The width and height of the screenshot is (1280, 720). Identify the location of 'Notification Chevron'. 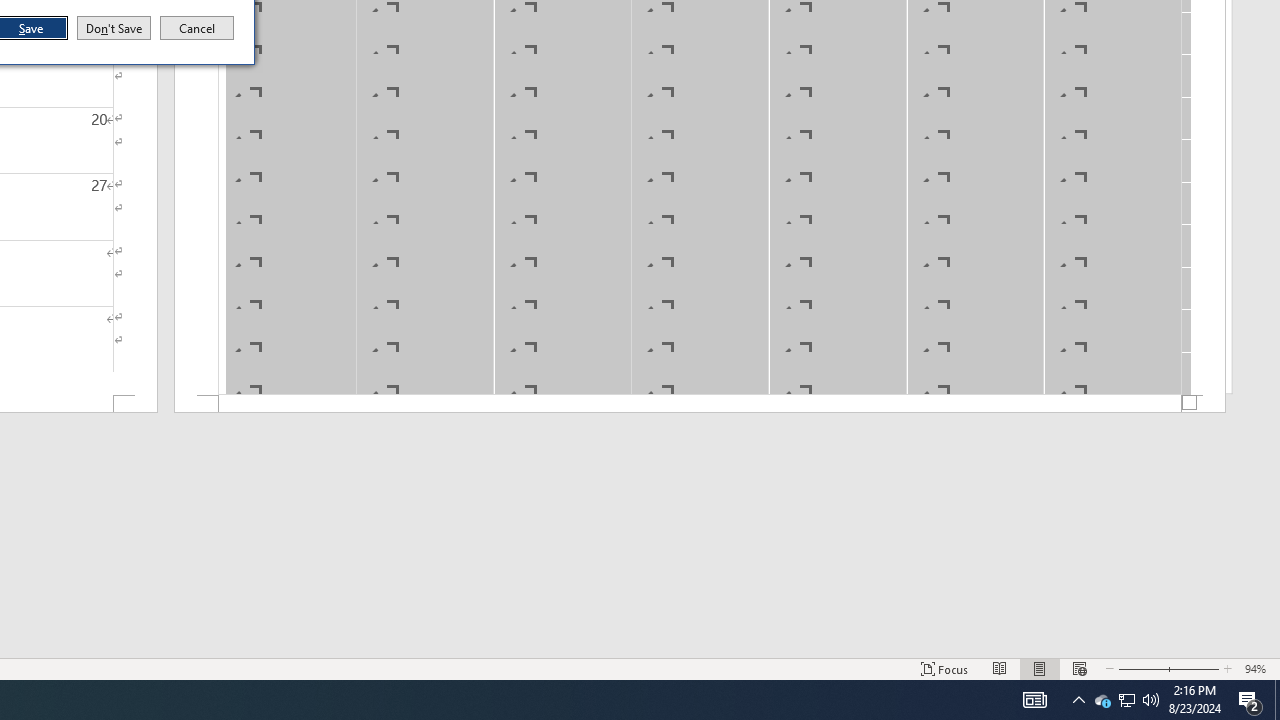
(1078, 698).